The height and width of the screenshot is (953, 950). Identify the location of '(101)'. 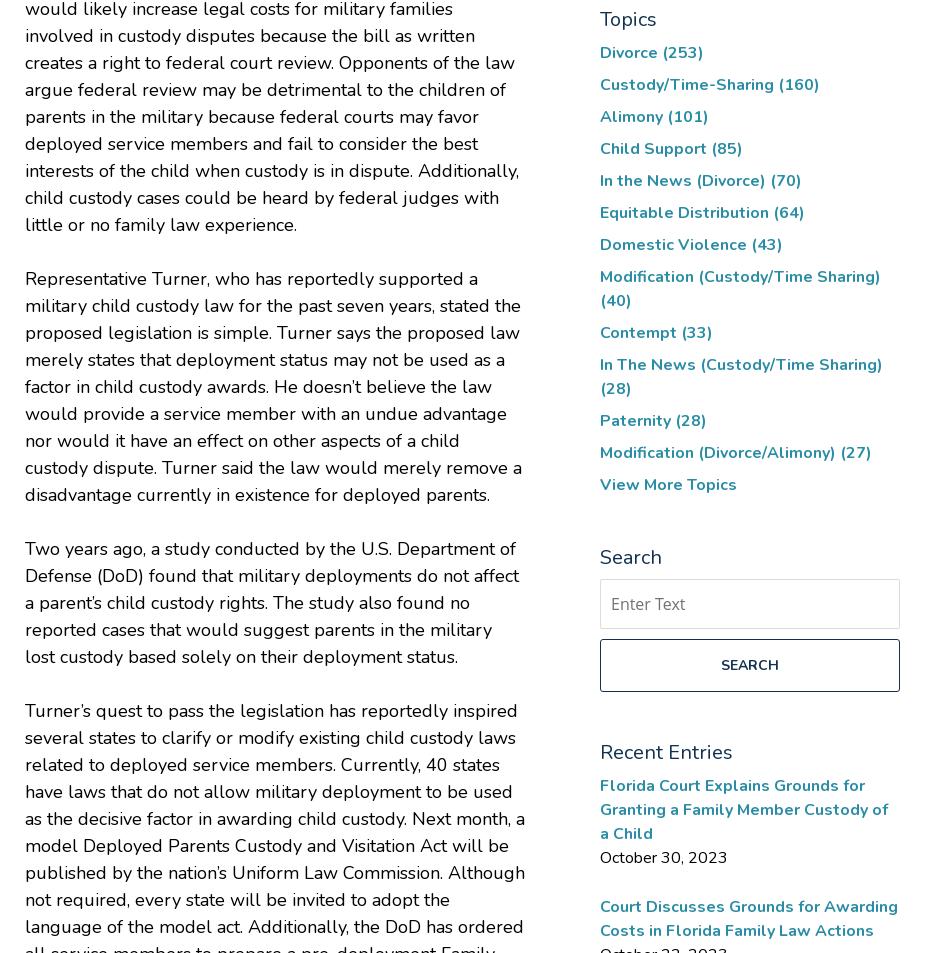
(687, 114).